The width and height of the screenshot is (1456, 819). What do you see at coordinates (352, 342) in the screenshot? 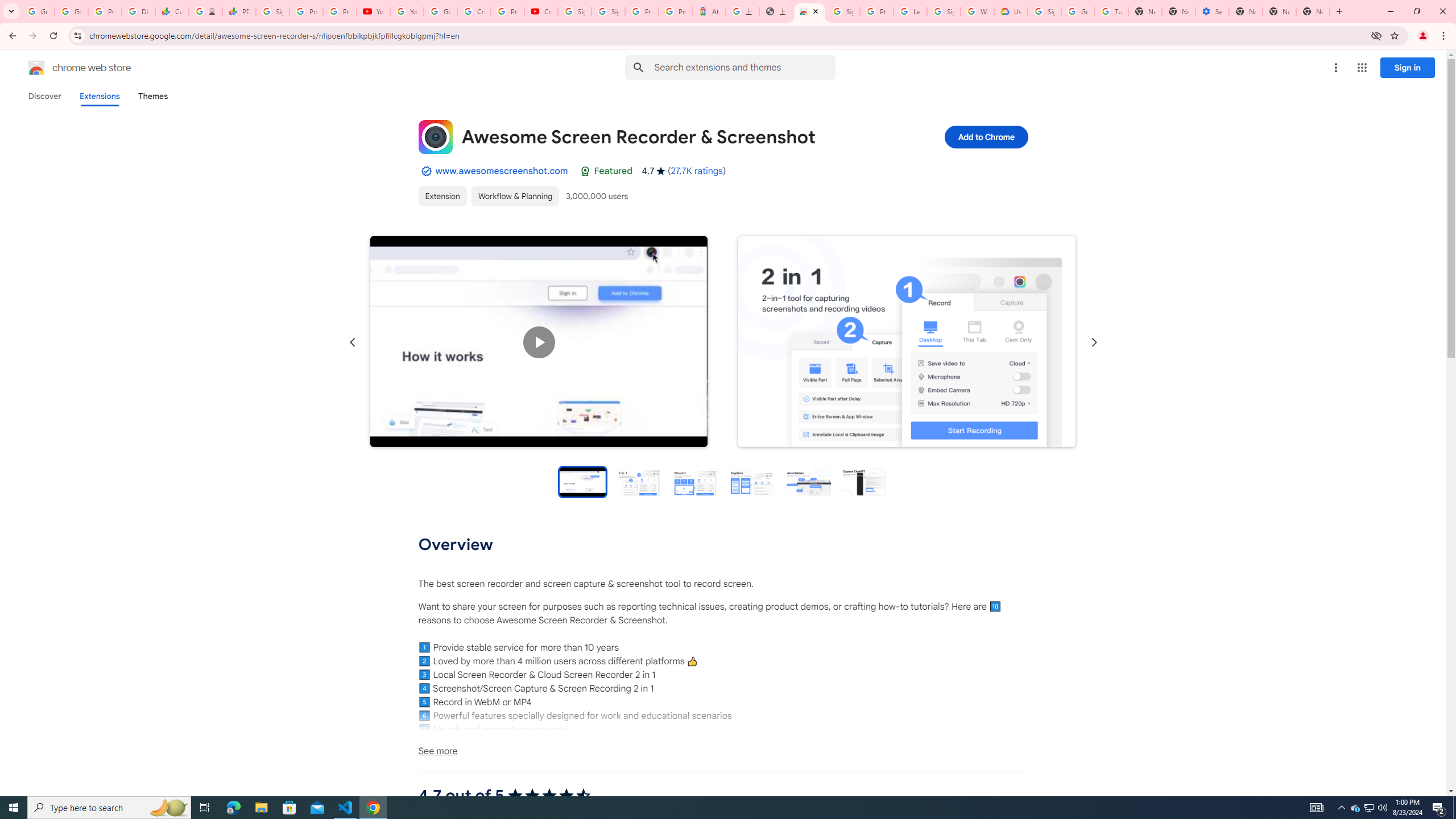
I see `'Previous slide'` at bounding box center [352, 342].